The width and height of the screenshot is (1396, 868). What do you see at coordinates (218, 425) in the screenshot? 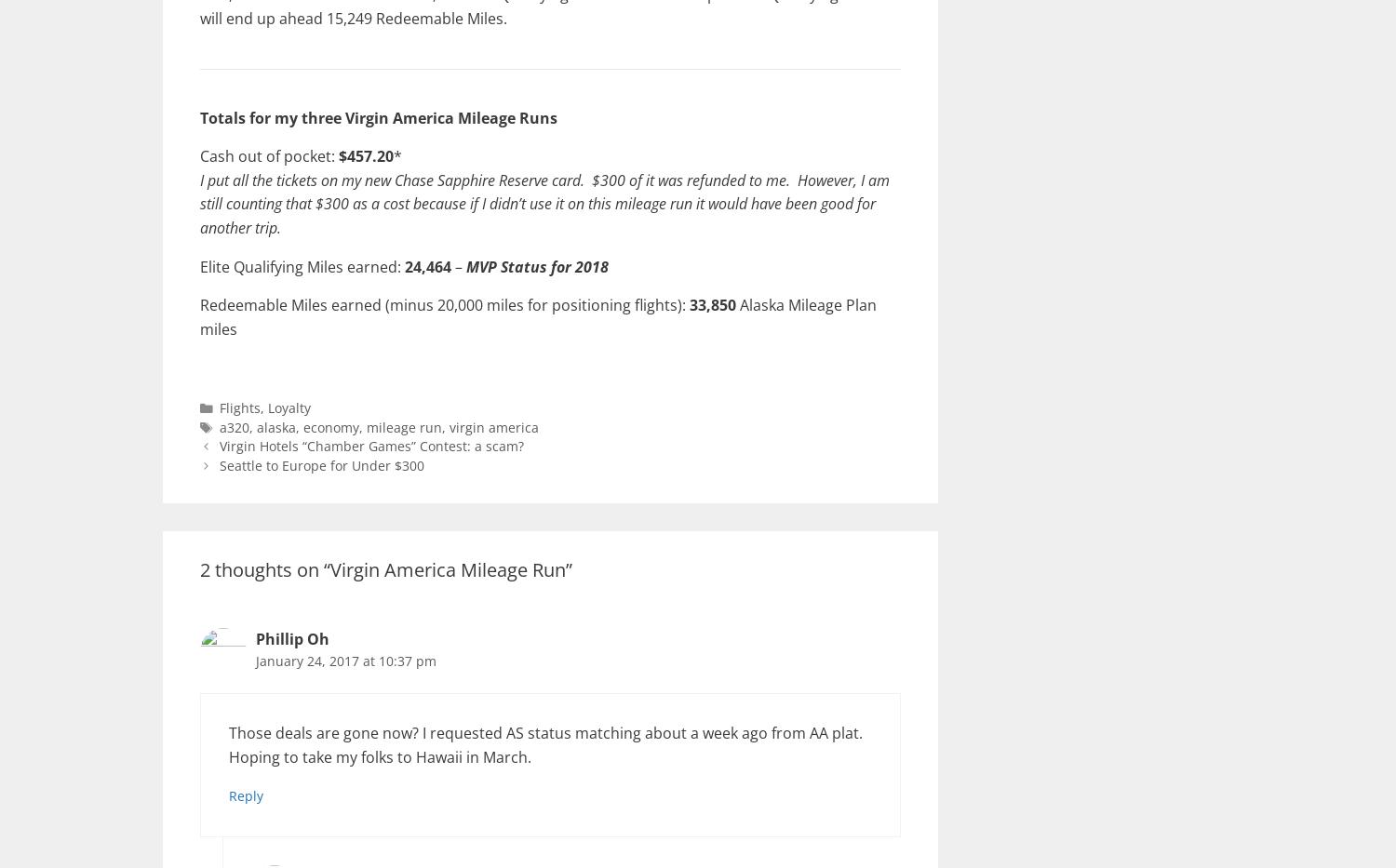
I see `'a320'` at bounding box center [218, 425].